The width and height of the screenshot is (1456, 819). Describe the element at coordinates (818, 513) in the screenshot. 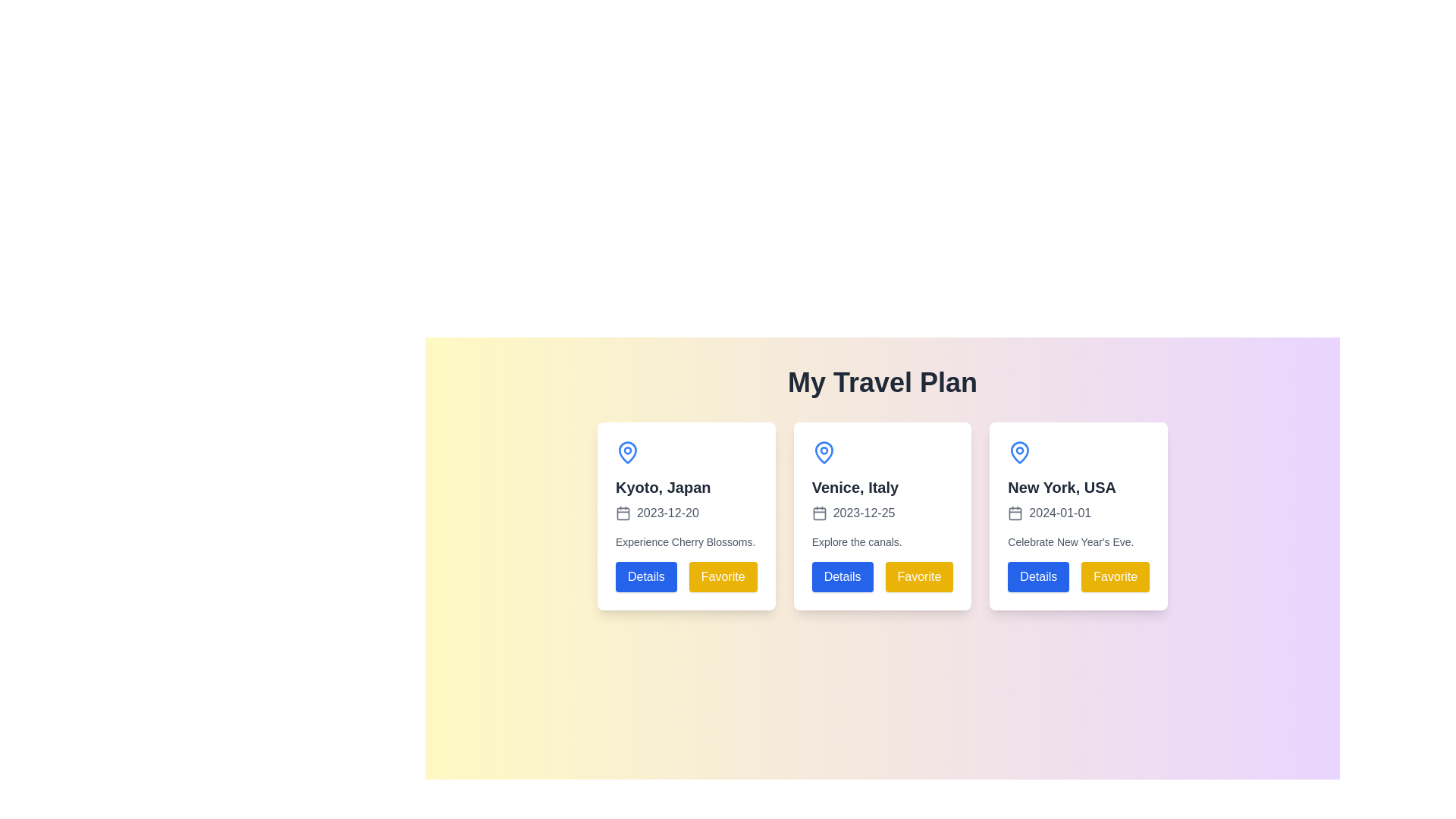

I see `the calendar icon located in the 'Venice, Italy' card, which is positioned to the left of the date '2023-12-25'` at that location.